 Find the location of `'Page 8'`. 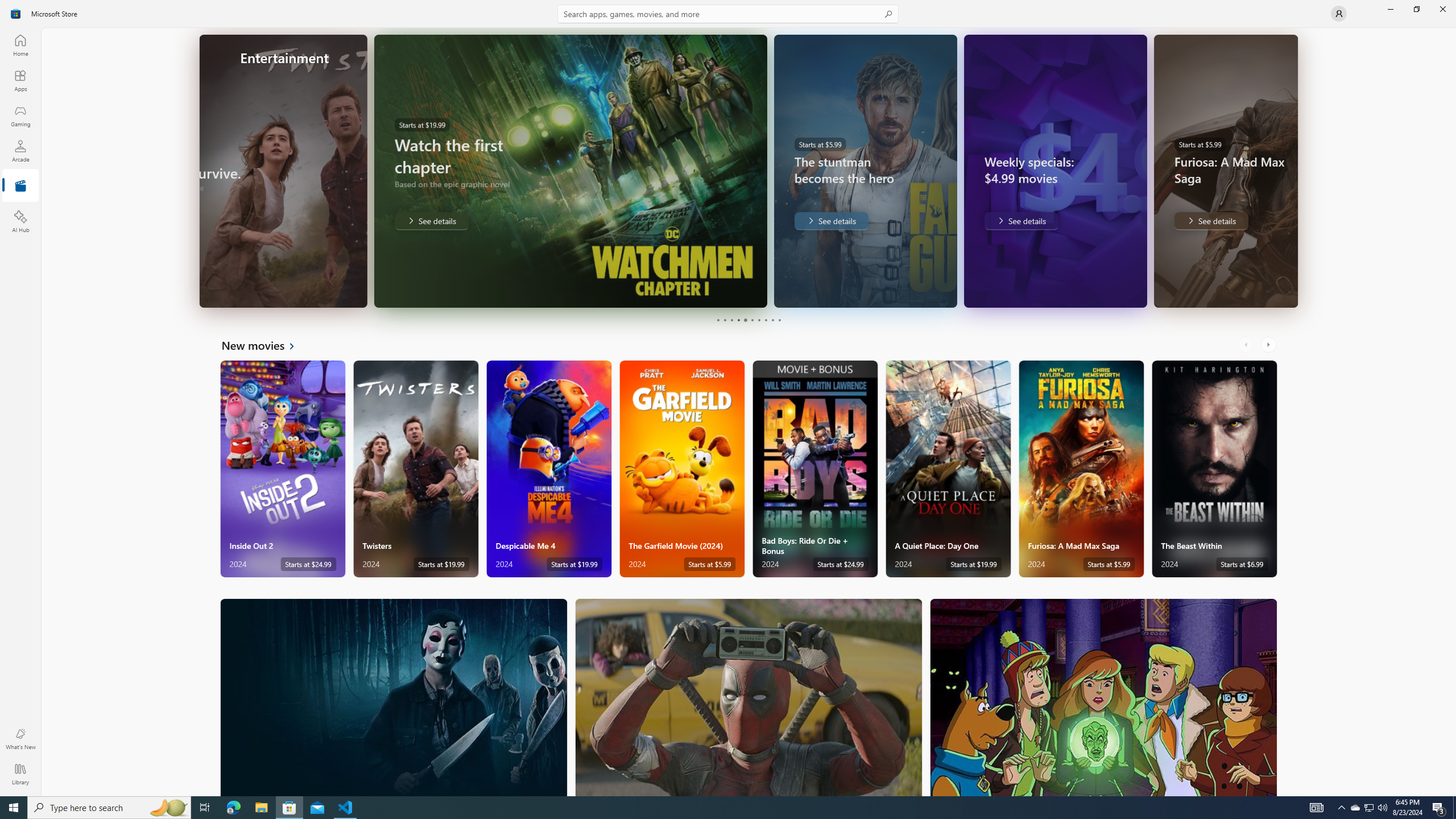

'Page 8' is located at coordinates (765, 320).